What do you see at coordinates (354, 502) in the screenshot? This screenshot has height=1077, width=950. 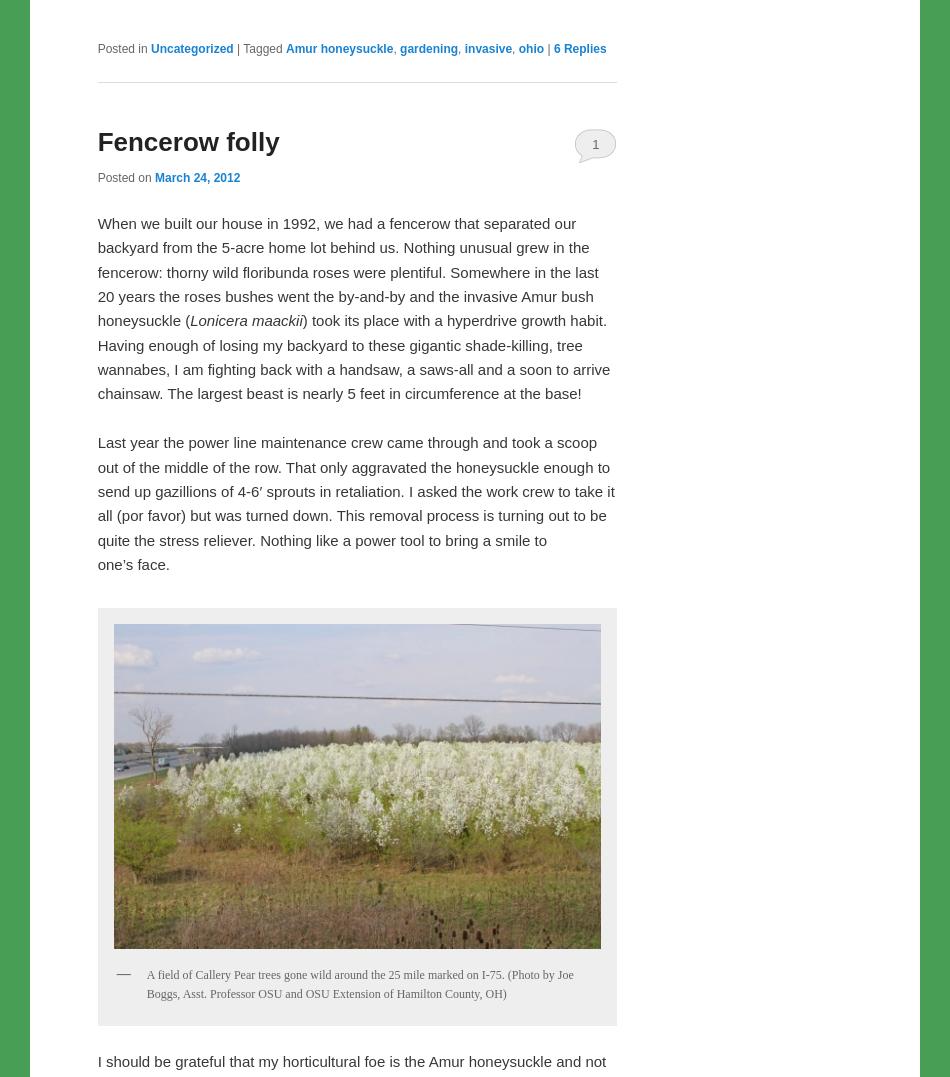 I see `'Last year the power line maintenance crew came through and took a scoop out of the middle of the row. That only aggravated the honeysuckle enough to send up gazillions of 4-6′ sprouts in retaliation. I asked the work crew to take it all (por favor) but was turned down. This removal process is turning out to be quite the stress reliever. Nothing like a power tool to bring a smile to one’s face.'` at bounding box center [354, 502].